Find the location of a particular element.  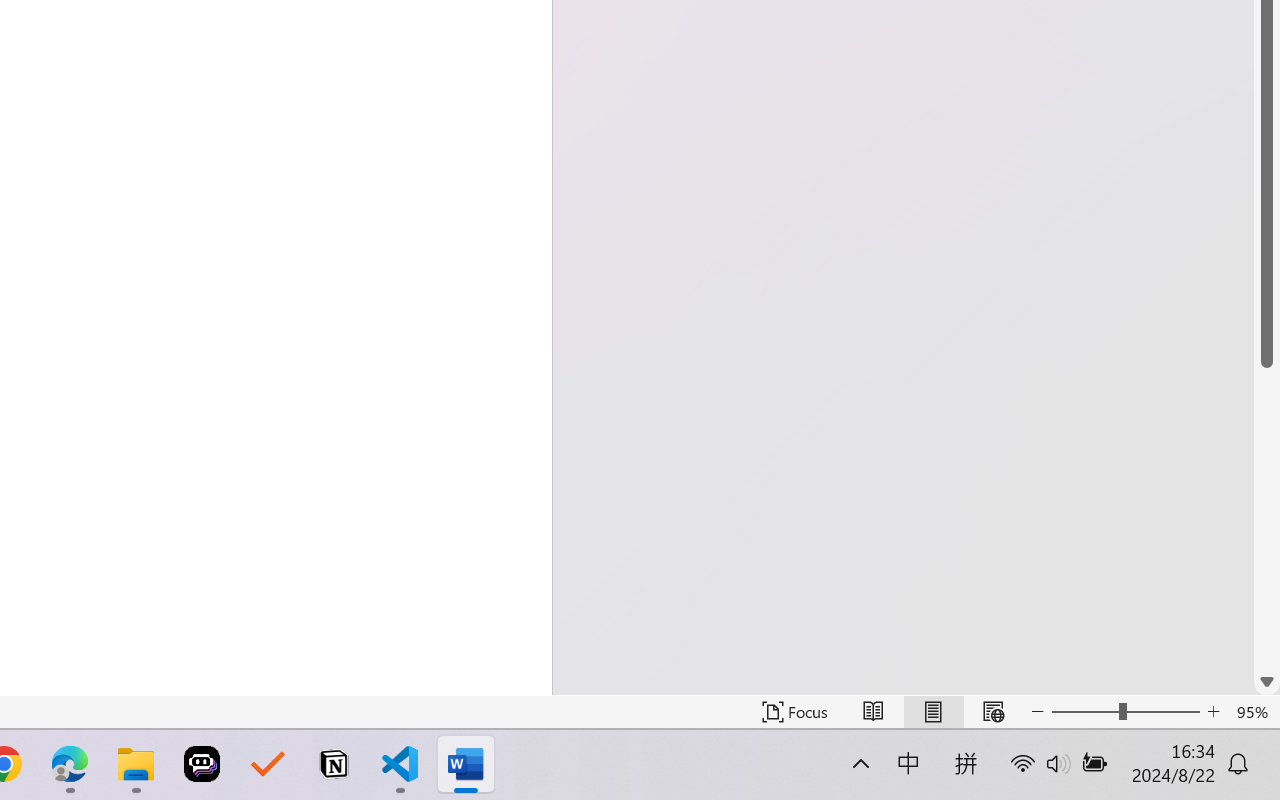

'Zoom 95%' is located at coordinates (1252, 711).